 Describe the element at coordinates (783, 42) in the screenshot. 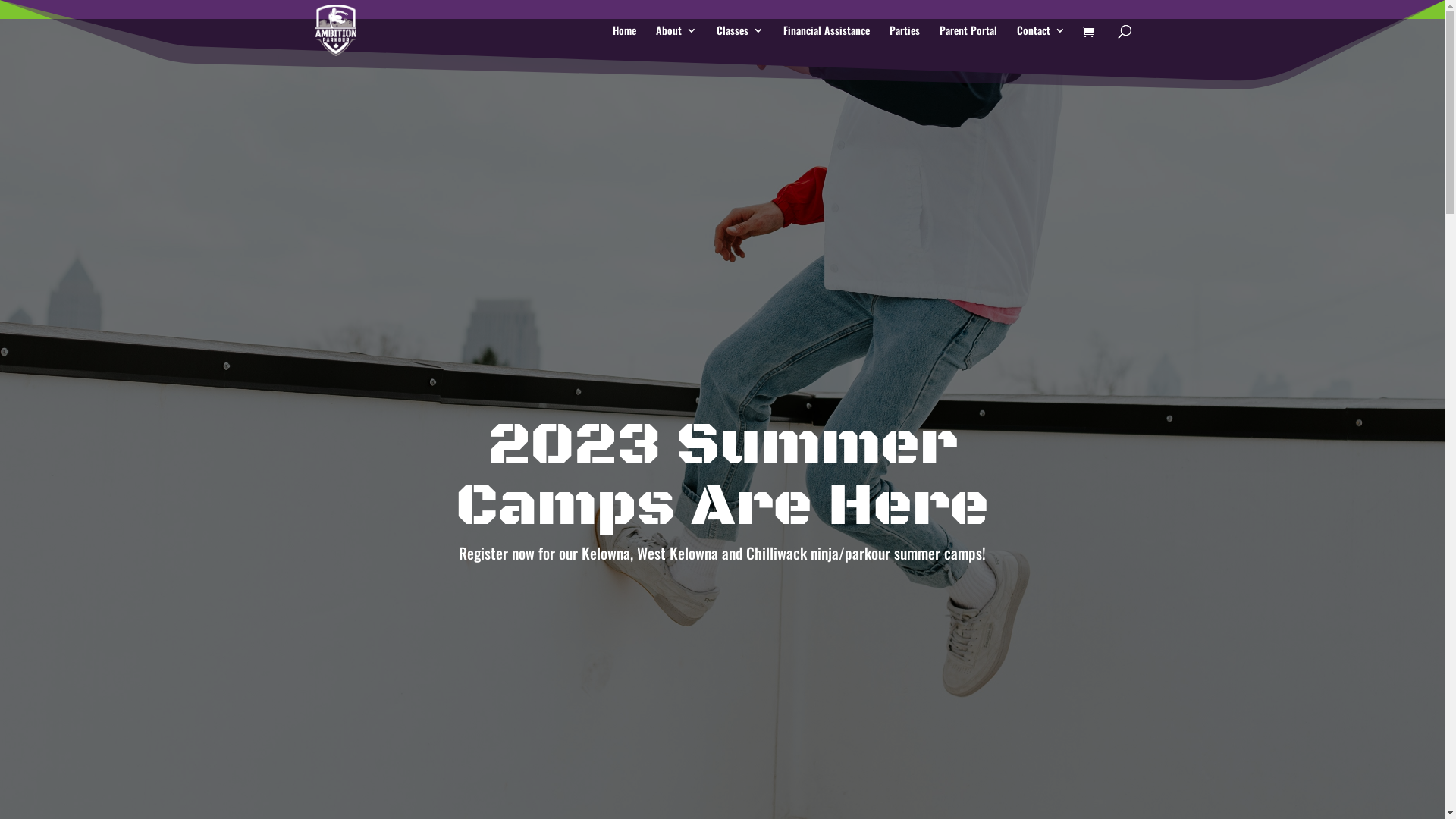

I see `'Financial Assistance'` at that location.